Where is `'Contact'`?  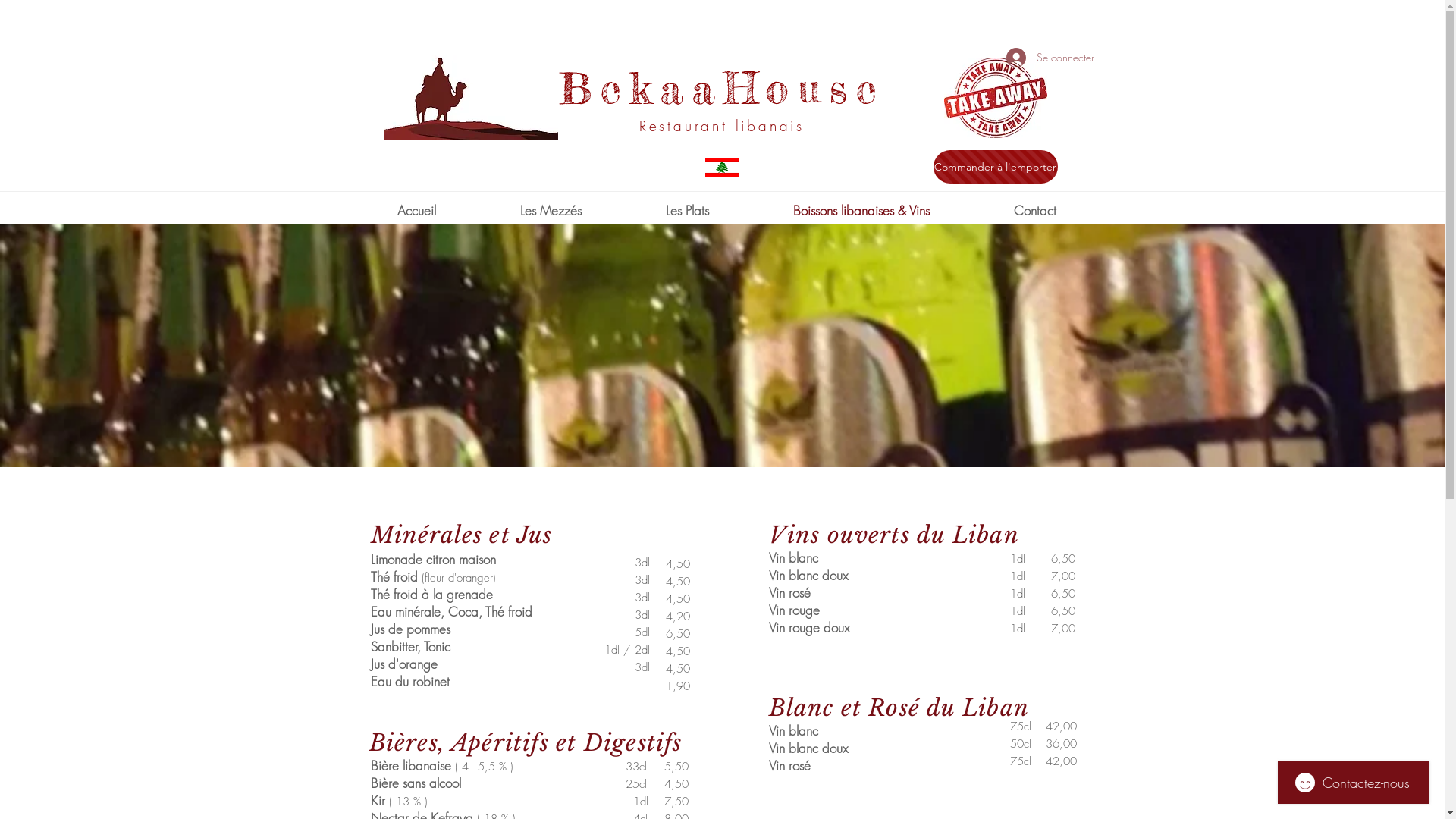
'Contact' is located at coordinates (1034, 210).